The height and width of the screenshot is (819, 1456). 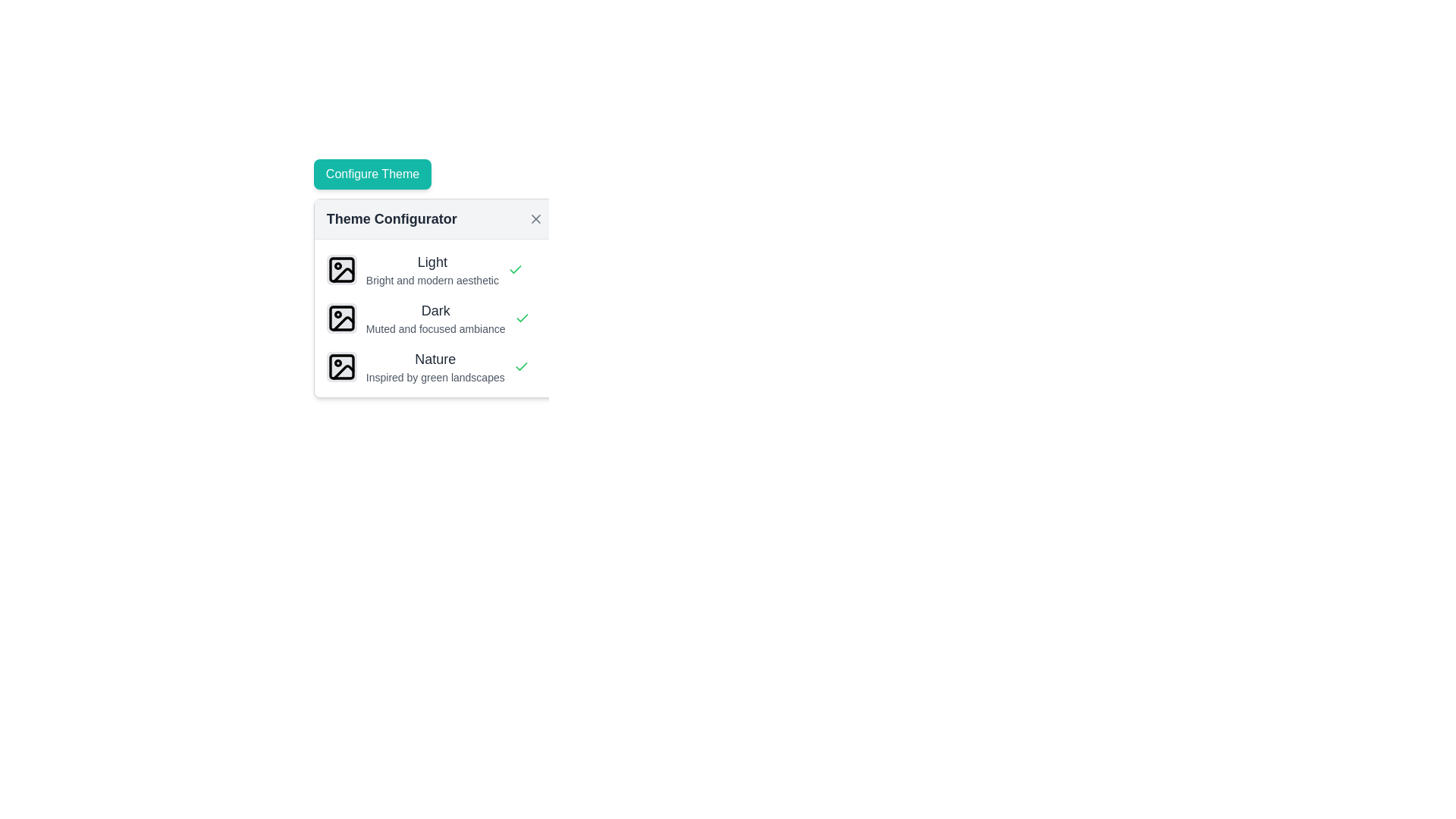 What do you see at coordinates (435, 359) in the screenshot?
I see `the 'Nature' text label in the 'Theme Configurator' panel, which displays the title in large, bold, dark gray font, aligned to the left` at bounding box center [435, 359].